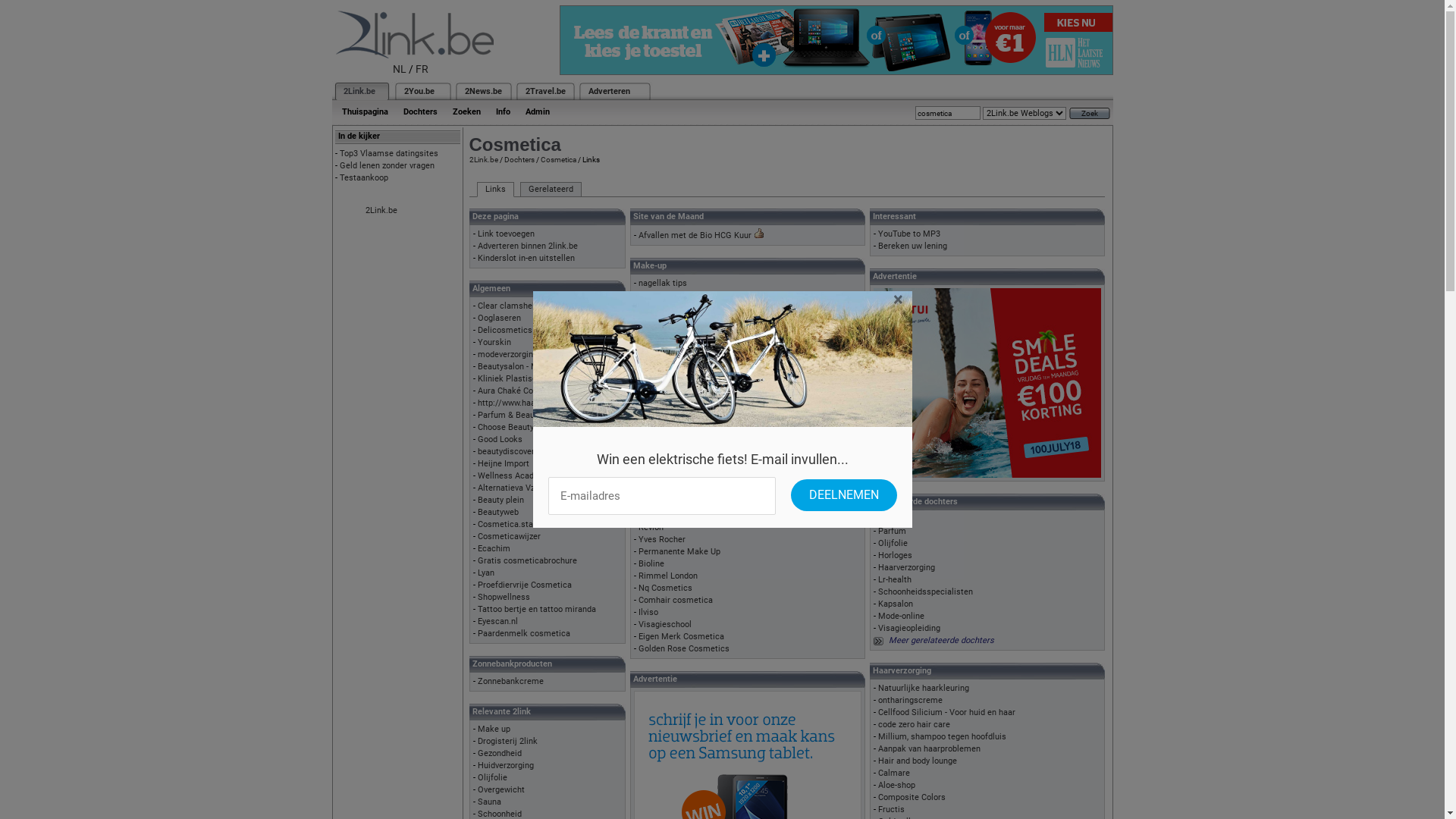 The width and height of the screenshot is (1456, 819). What do you see at coordinates (420, 111) in the screenshot?
I see `'Dochters'` at bounding box center [420, 111].